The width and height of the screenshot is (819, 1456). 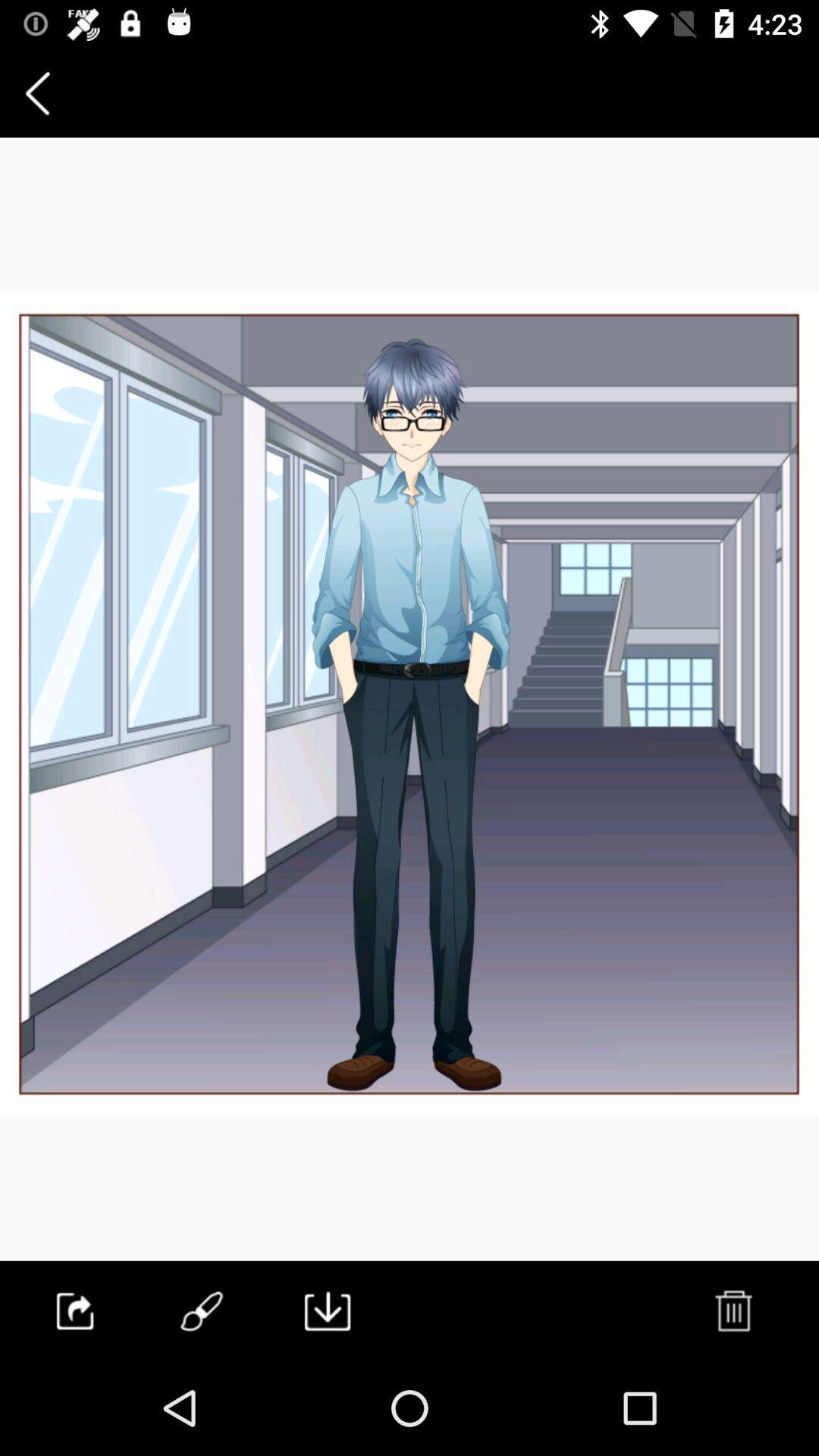 What do you see at coordinates (732, 1310) in the screenshot?
I see `the icon at the bottom right corner` at bounding box center [732, 1310].